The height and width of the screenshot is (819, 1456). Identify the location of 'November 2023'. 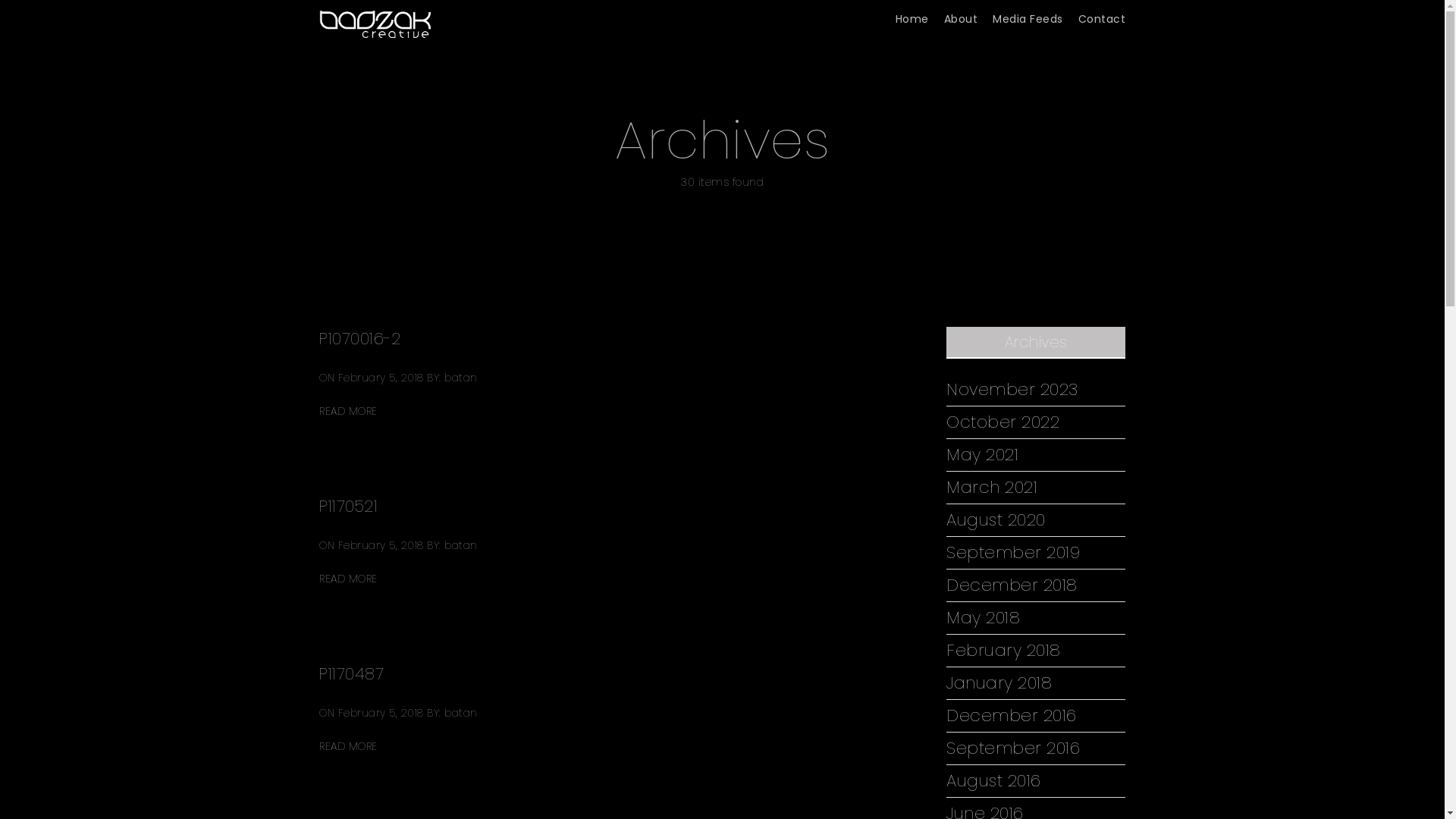
(946, 388).